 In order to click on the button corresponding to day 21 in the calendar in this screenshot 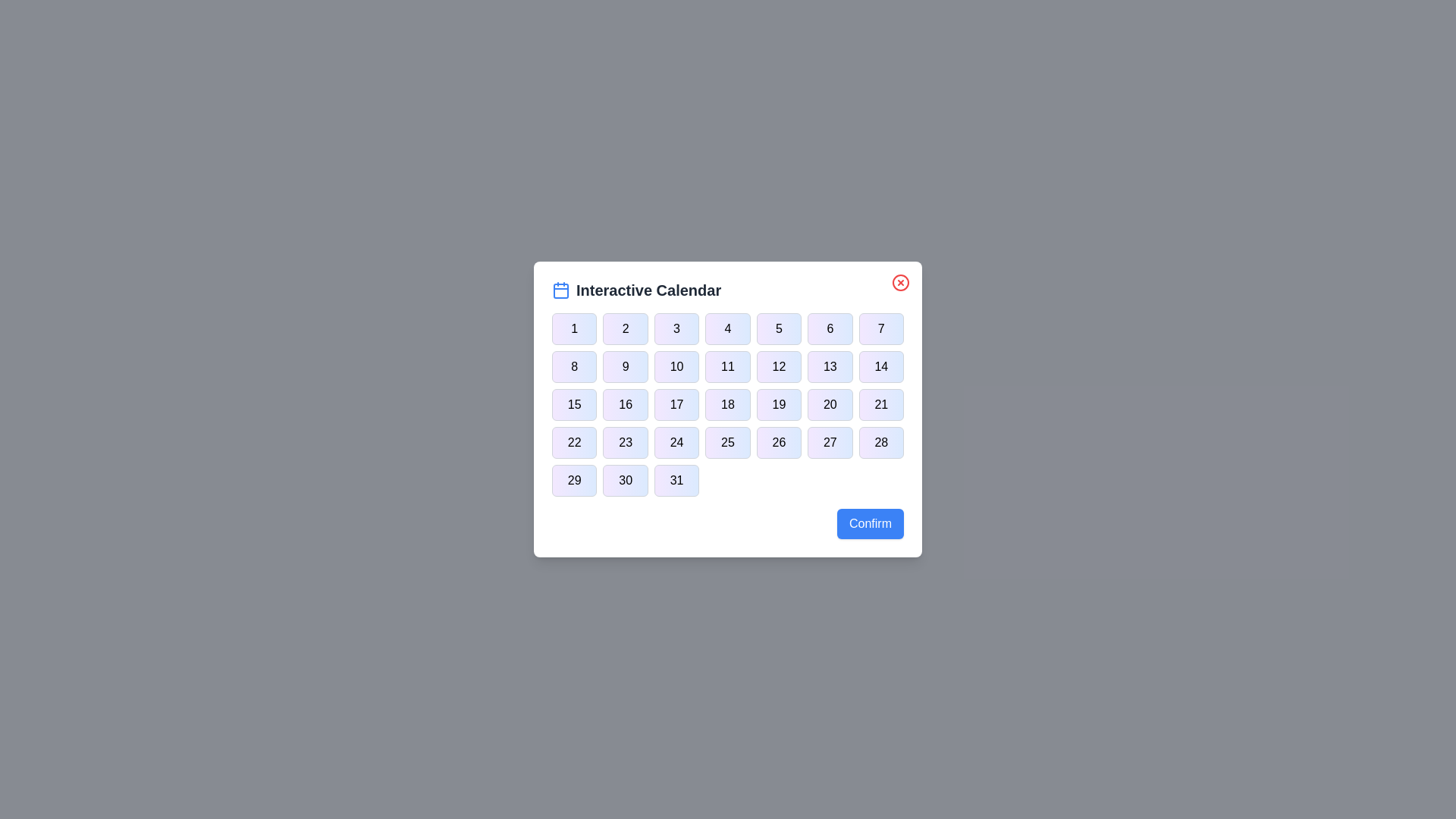, I will do `click(881, 403)`.